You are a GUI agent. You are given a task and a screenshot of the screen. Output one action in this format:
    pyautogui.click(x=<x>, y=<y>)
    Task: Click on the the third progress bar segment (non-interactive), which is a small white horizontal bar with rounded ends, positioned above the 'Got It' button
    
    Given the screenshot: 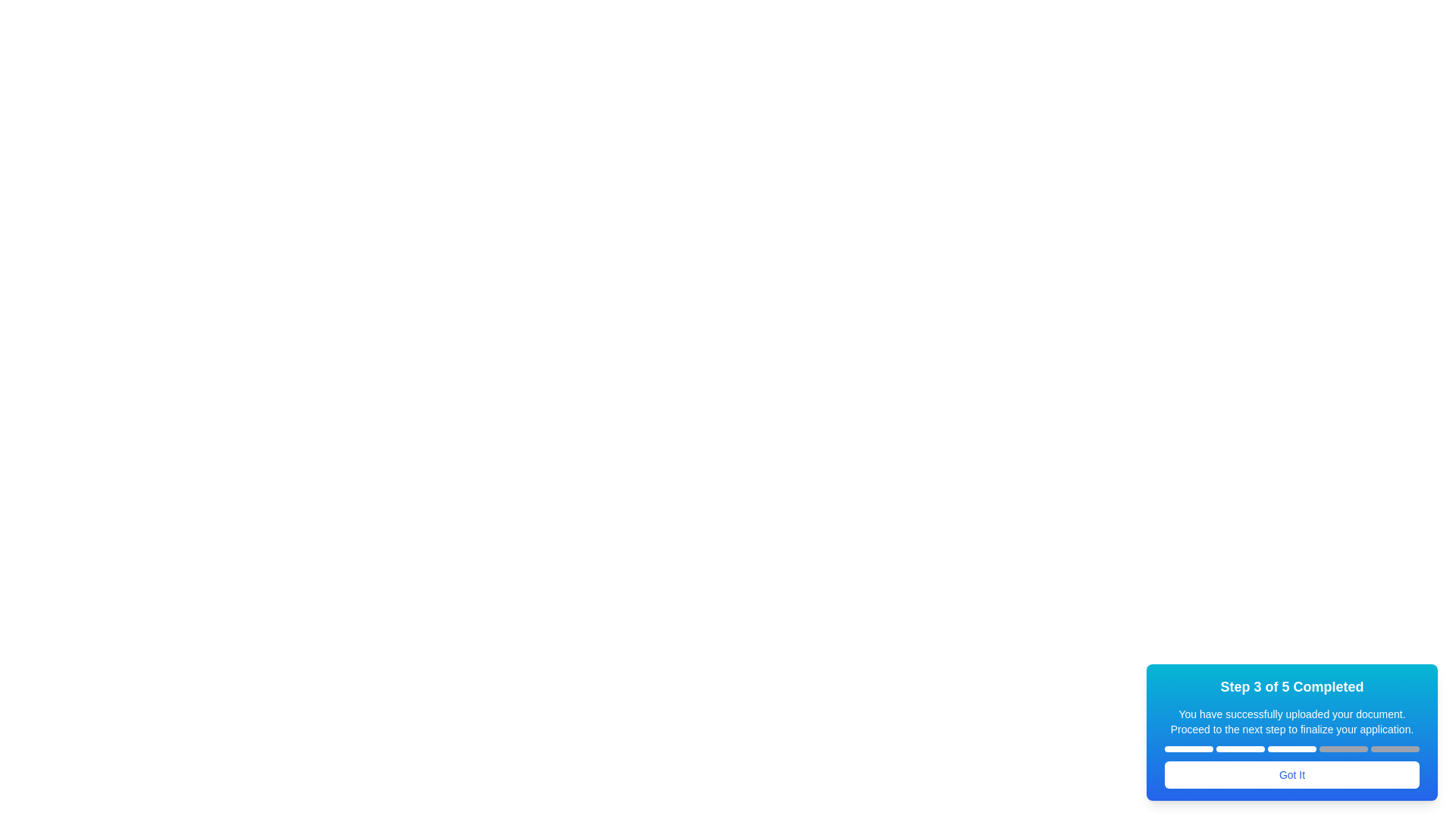 What is the action you would take?
    pyautogui.click(x=1291, y=748)
    